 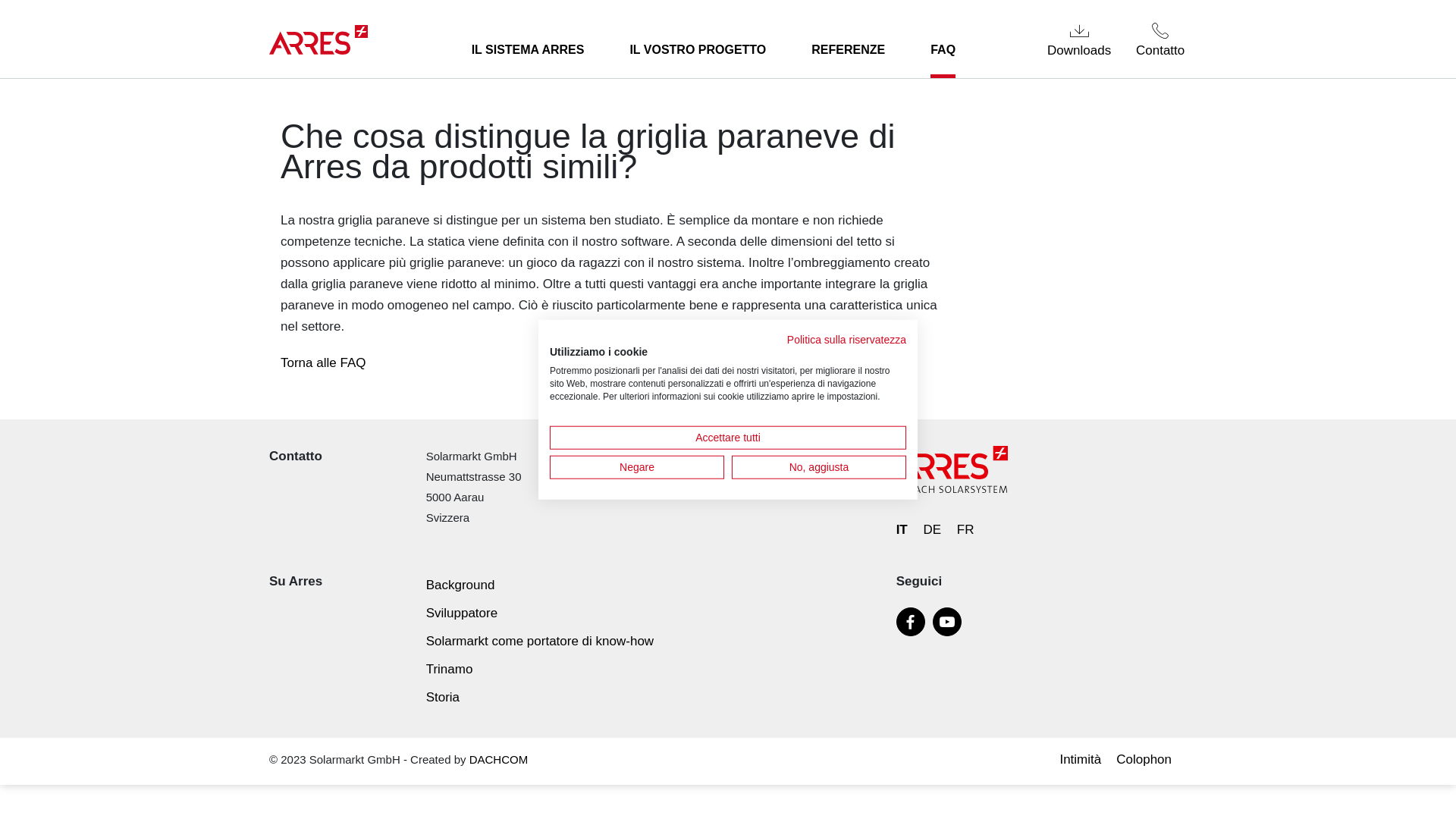 I want to click on 'DACHCOM', so click(x=498, y=759).